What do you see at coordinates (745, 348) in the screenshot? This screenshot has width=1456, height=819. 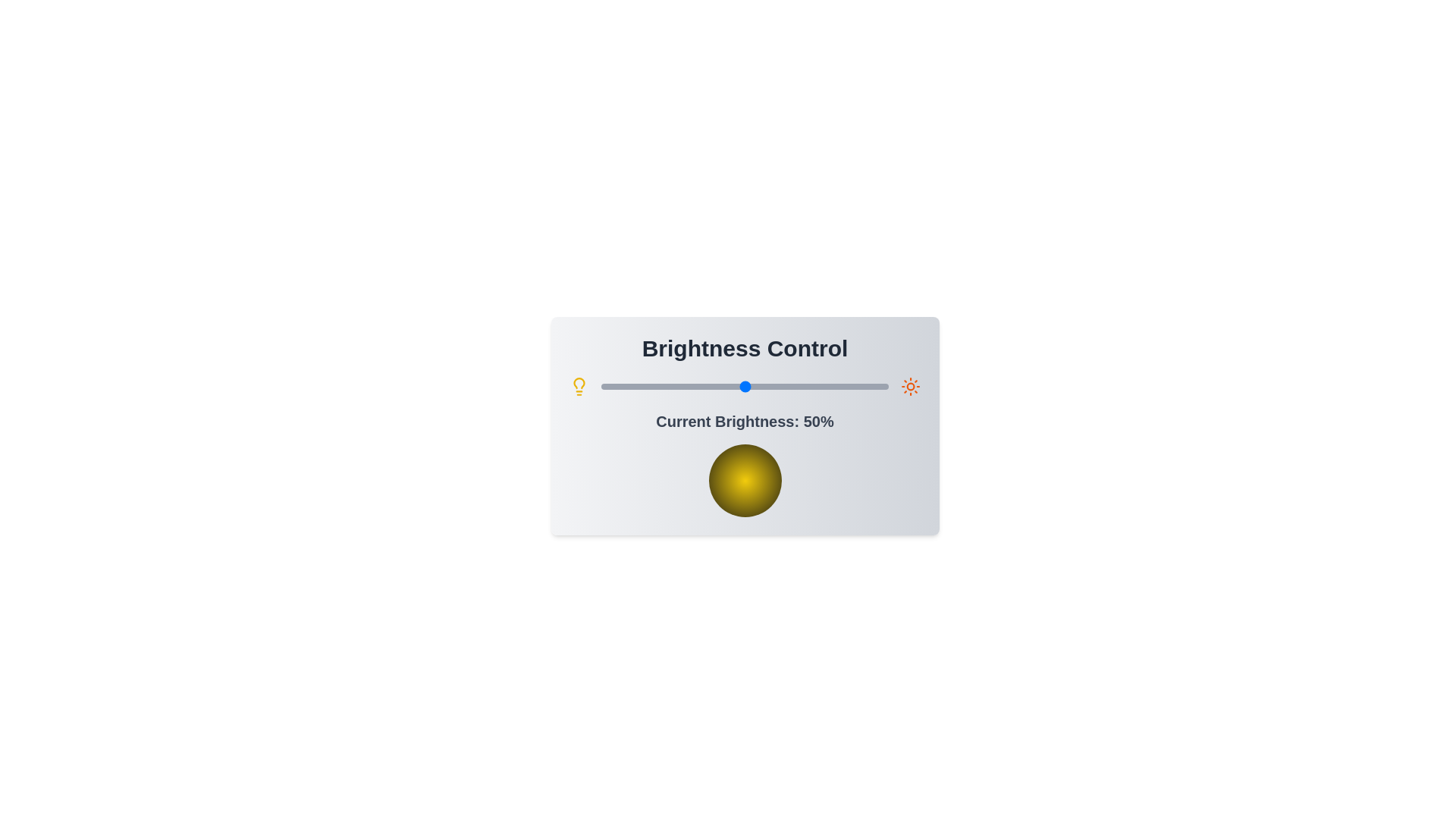 I see `the 'Brightness Control' title text` at bounding box center [745, 348].